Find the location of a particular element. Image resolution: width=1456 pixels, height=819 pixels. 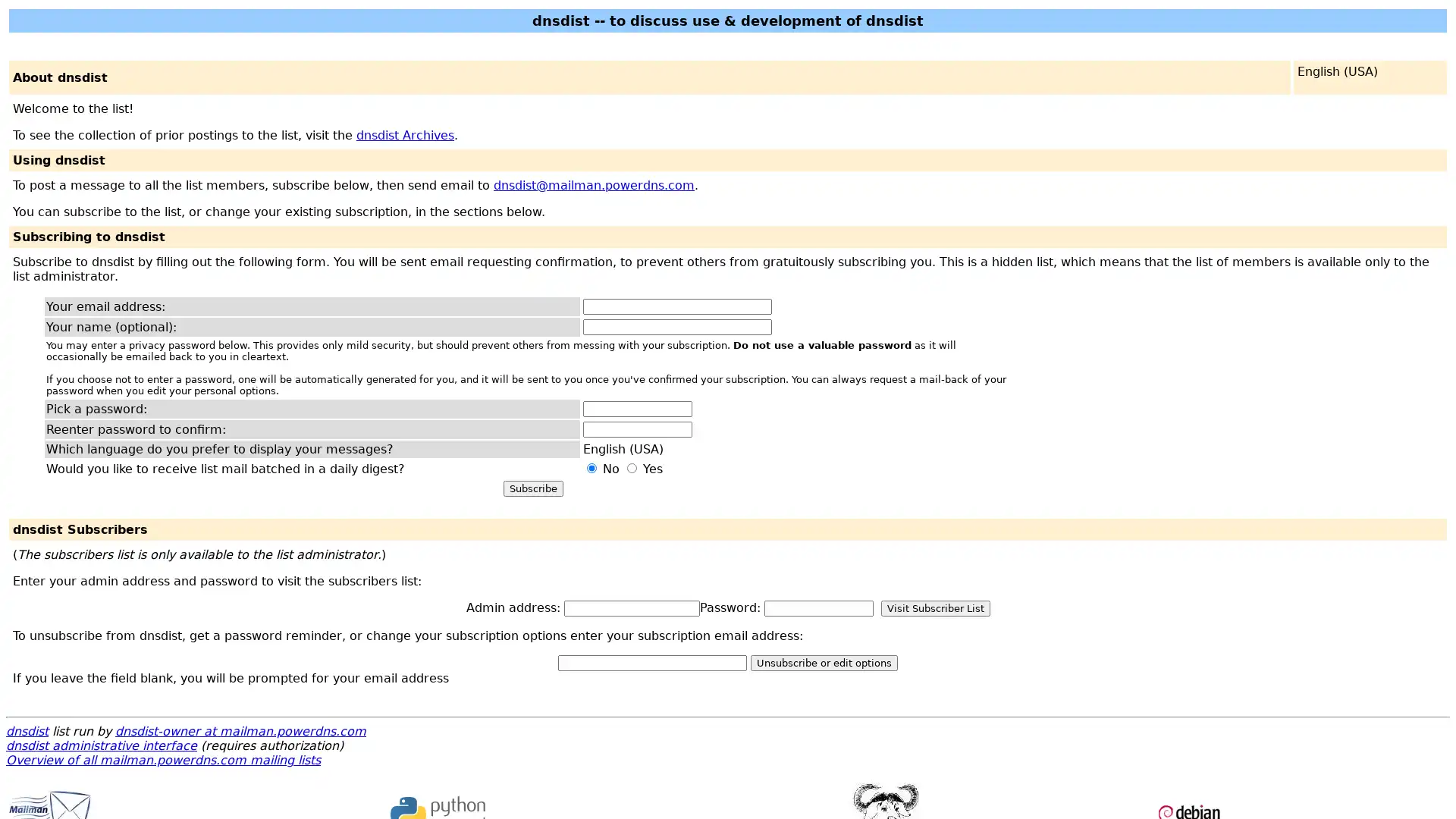

Unsubscribe or edit options is located at coordinates (823, 662).